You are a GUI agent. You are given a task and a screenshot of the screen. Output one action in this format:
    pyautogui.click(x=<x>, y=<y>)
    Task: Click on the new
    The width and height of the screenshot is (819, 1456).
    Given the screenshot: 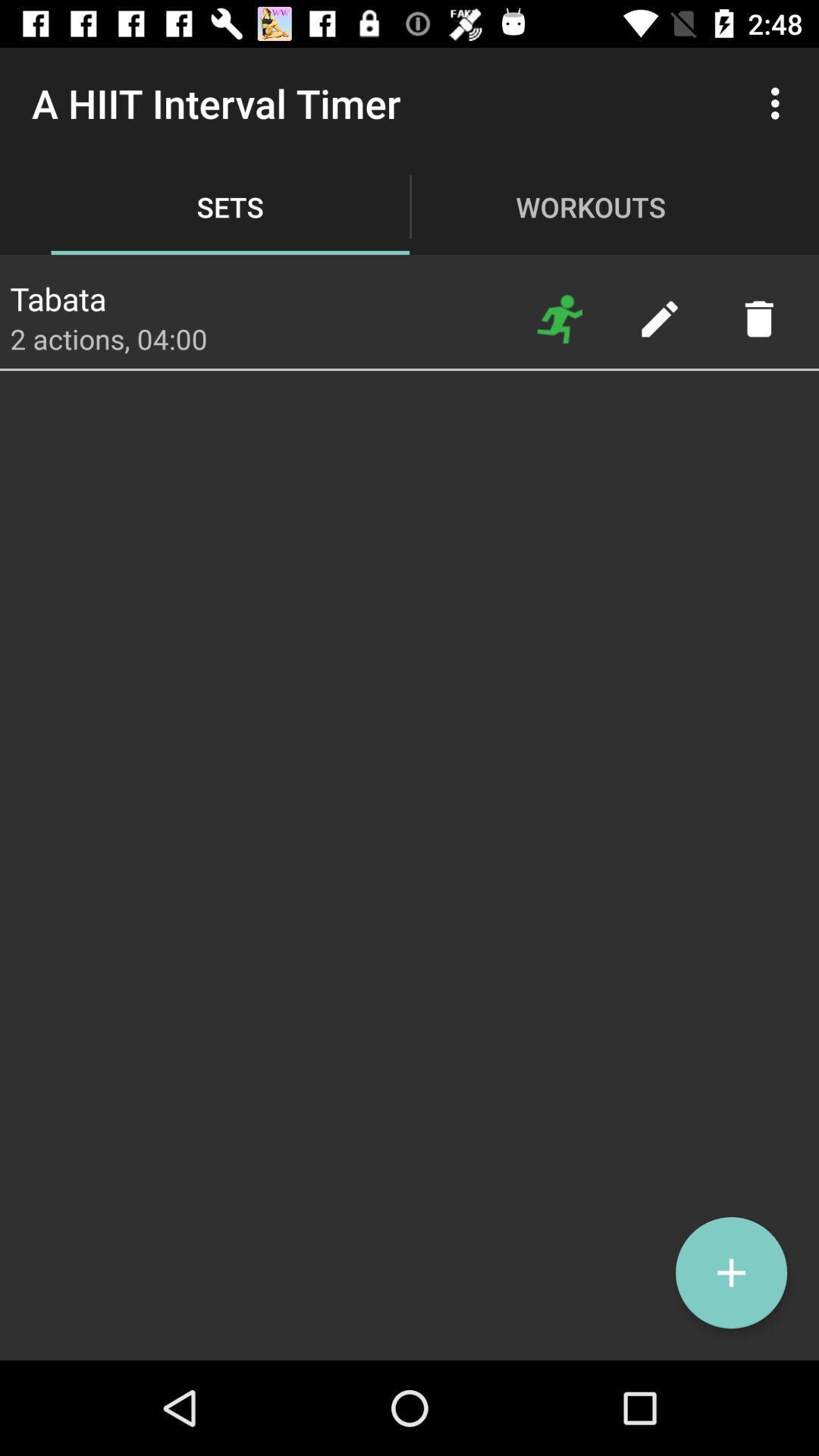 What is the action you would take?
    pyautogui.click(x=730, y=1272)
    